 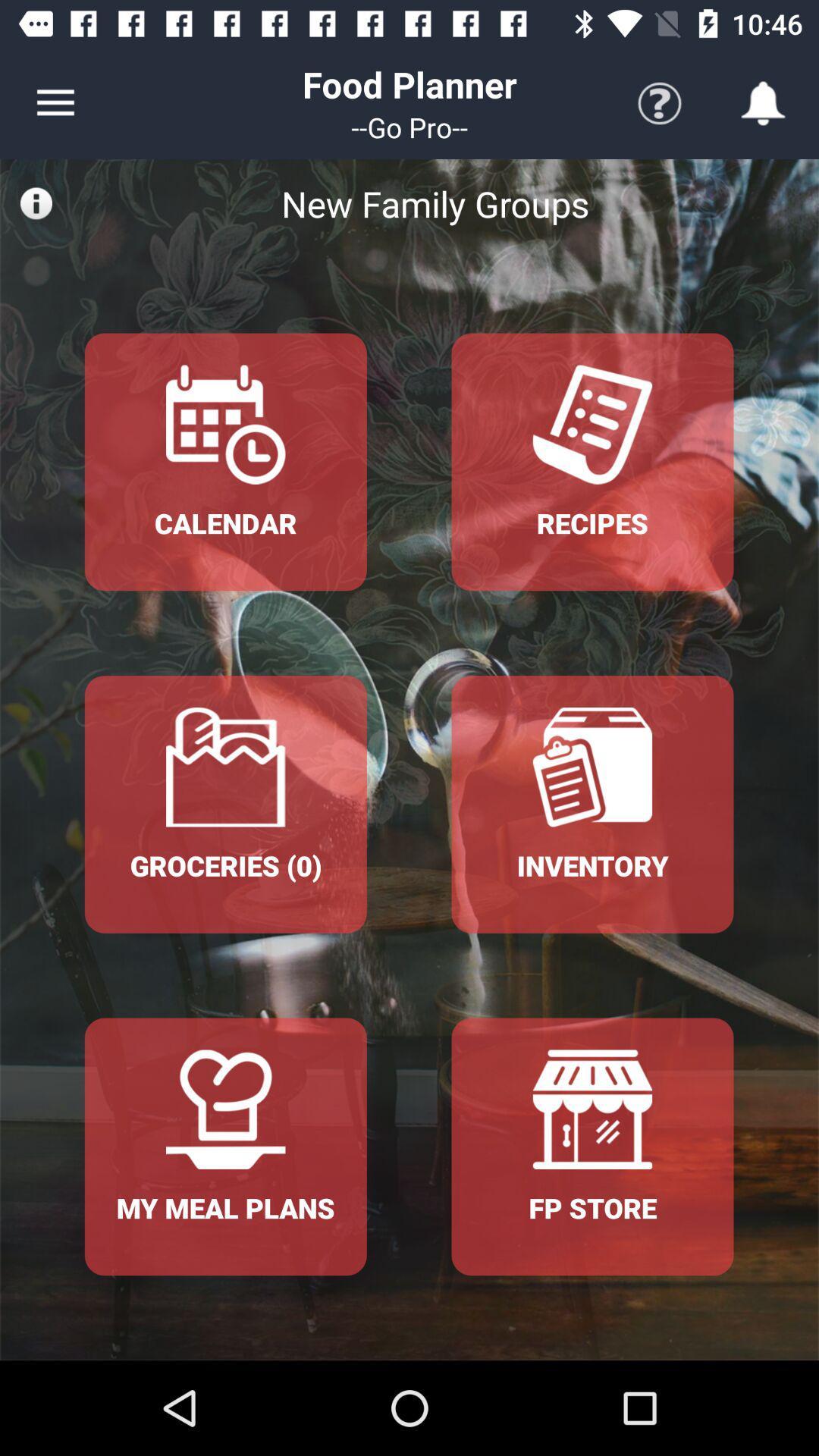 What do you see at coordinates (592, 1147) in the screenshot?
I see `the fp store option` at bounding box center [592, 1147].